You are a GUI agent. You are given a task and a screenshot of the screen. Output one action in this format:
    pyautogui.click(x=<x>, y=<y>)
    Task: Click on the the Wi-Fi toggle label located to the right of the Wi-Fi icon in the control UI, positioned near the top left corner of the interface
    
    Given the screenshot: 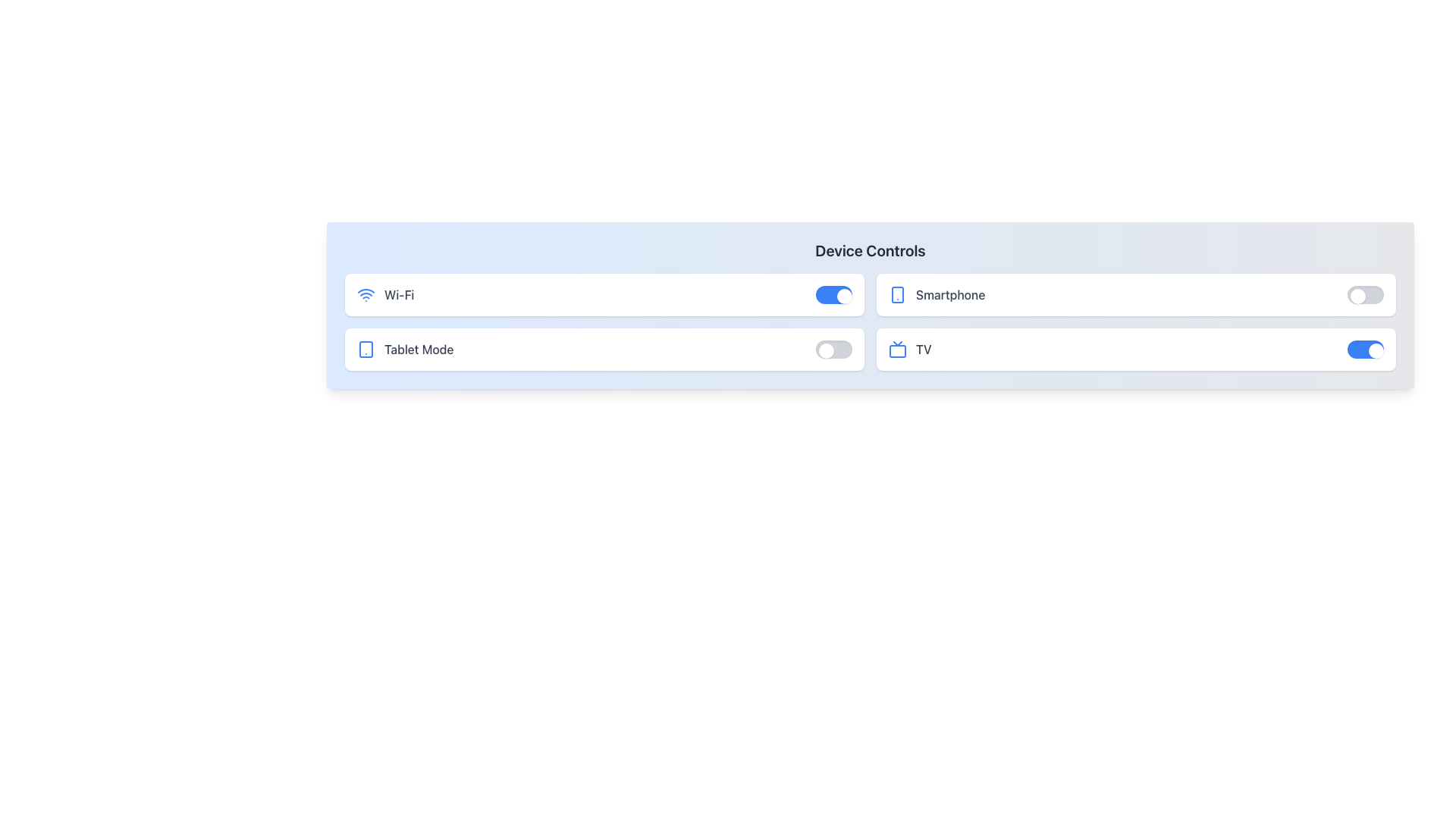 What is the action you would take?
    pyautogui.click(x=399, y=295)
    